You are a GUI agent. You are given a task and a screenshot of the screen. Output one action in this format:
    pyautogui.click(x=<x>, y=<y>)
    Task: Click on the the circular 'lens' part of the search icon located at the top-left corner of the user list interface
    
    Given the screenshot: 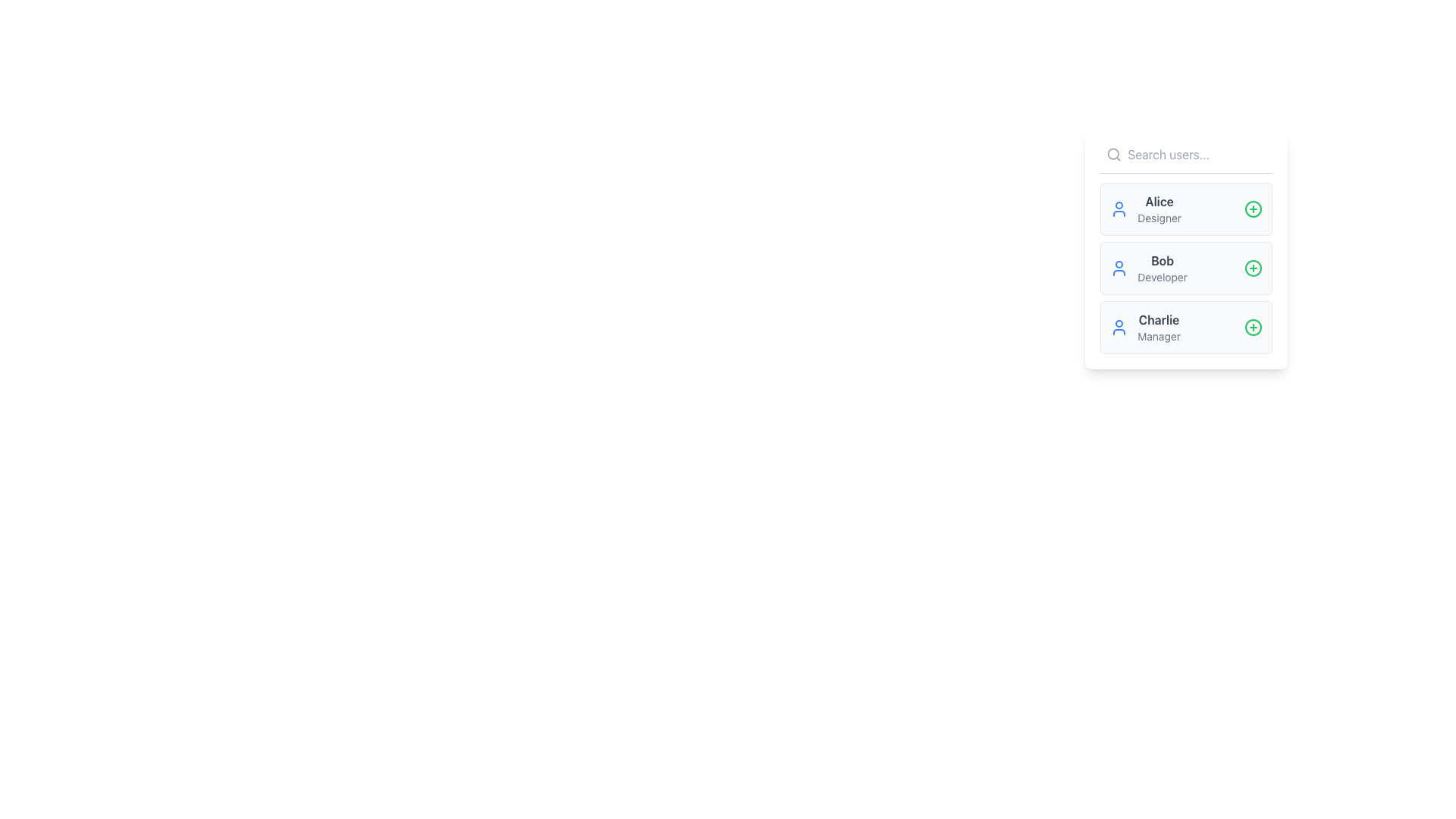 What is the action you would take?
    pyautogui.click(x=1113, y=154)
    